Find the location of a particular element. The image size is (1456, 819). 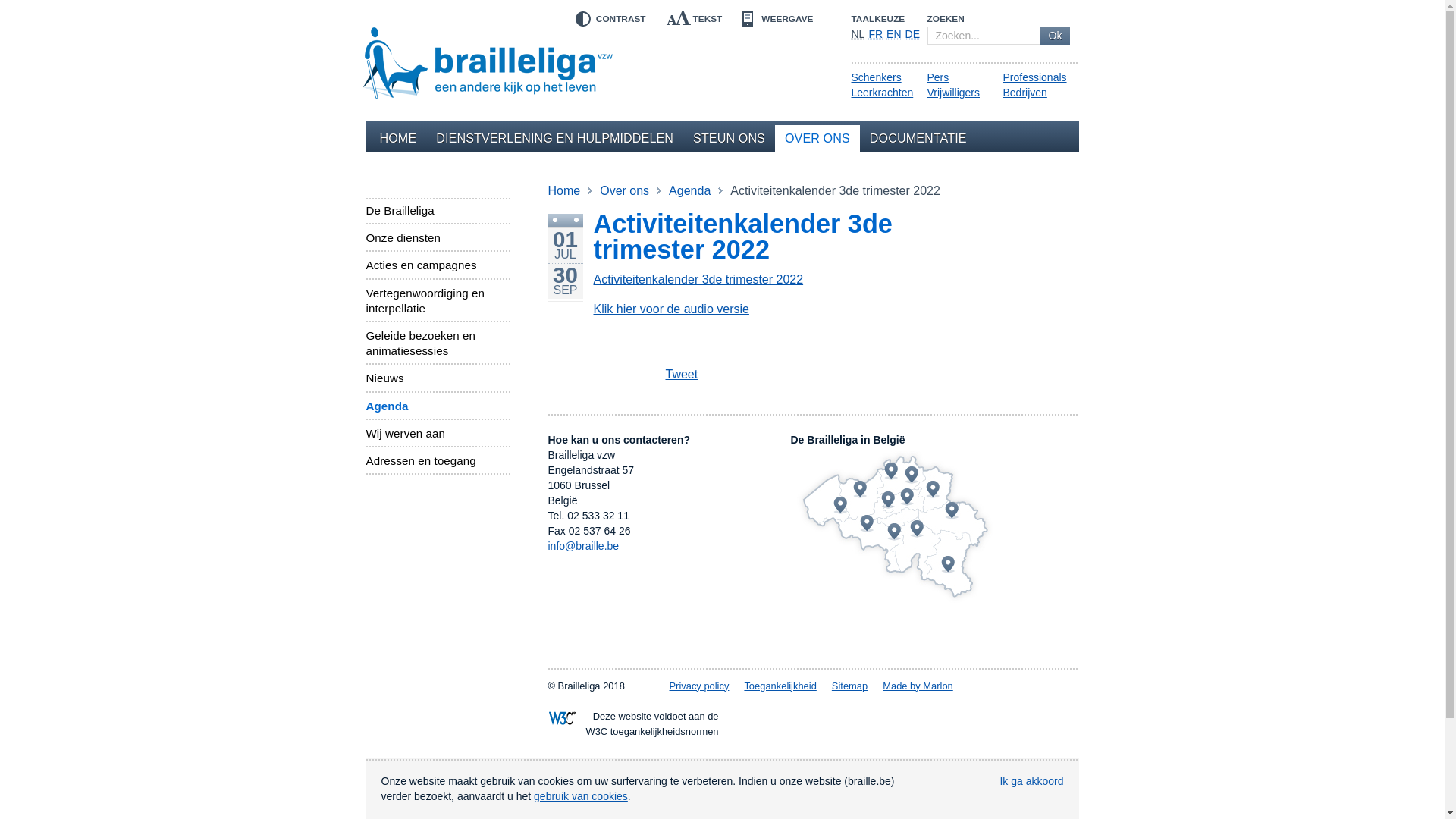

'TEKST' is located at coordinates (693, 18).